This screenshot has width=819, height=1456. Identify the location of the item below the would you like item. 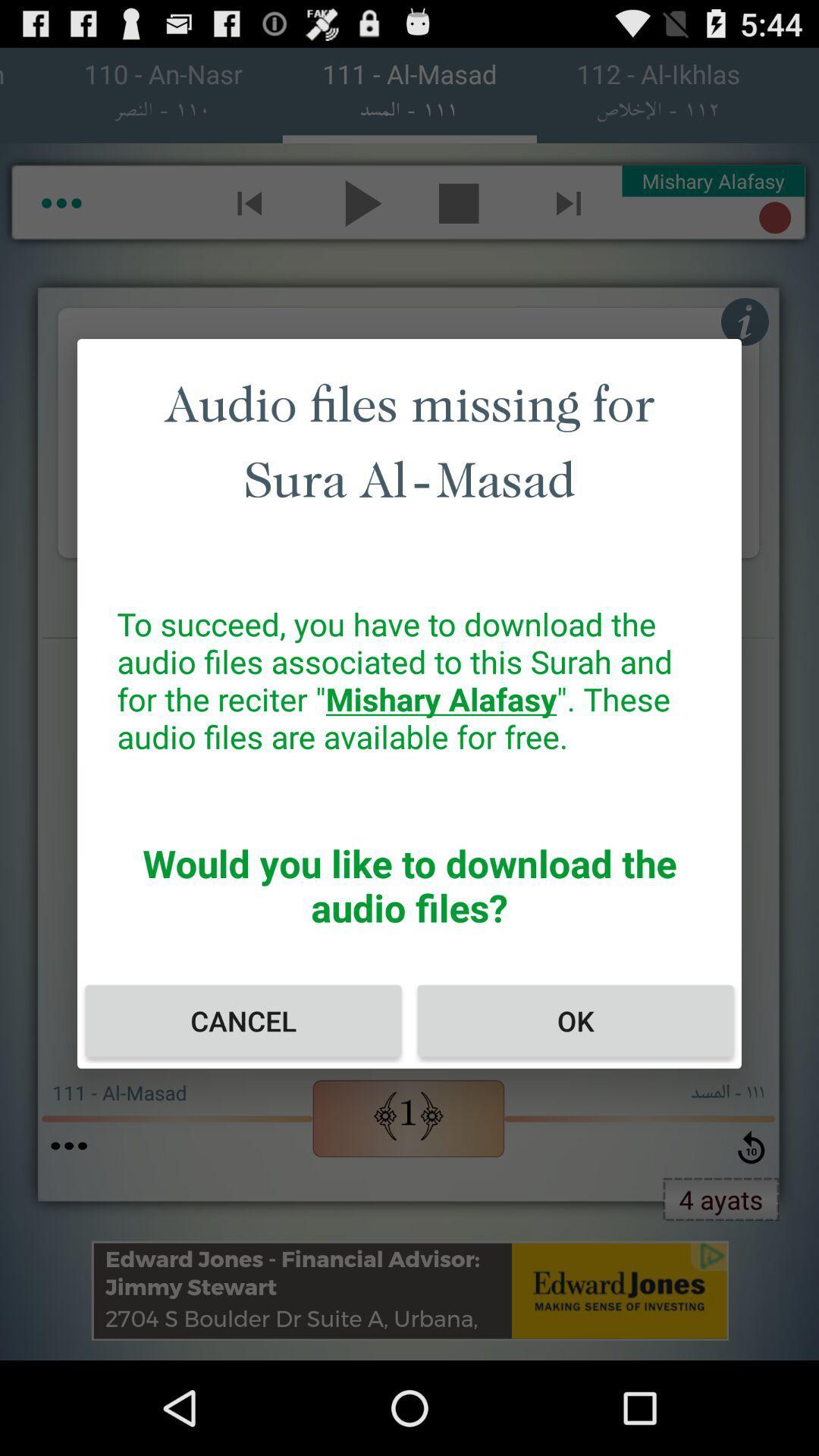
(576, 1021).